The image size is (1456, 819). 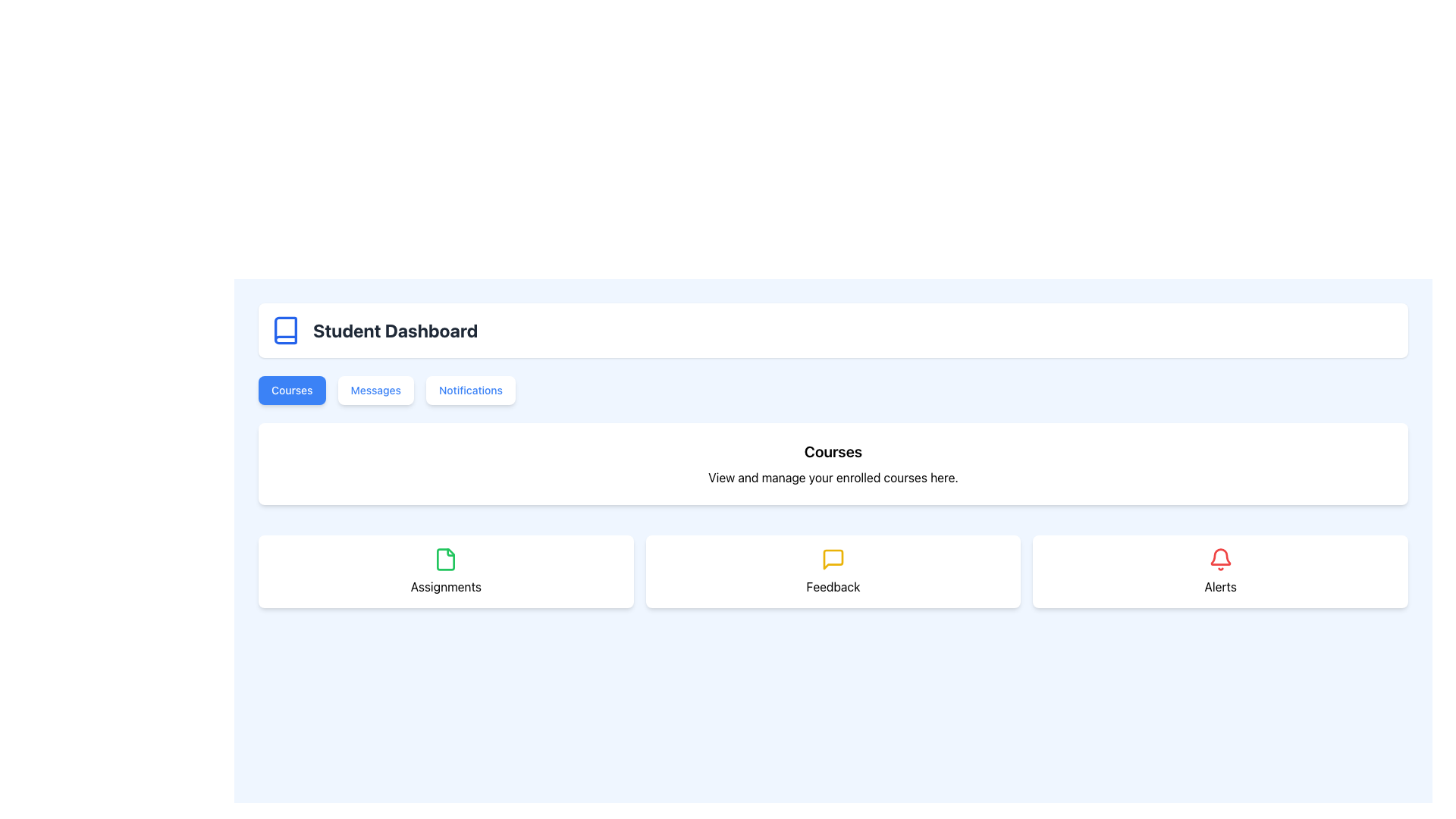 What do you see at coordinates (395, 329) in the screenshot?
I see `the text label indicating the student dashboard, which is positioned to the right of a blue book icon in a horizontal layout within a white rectangular box` at bounding box center [395, 329].